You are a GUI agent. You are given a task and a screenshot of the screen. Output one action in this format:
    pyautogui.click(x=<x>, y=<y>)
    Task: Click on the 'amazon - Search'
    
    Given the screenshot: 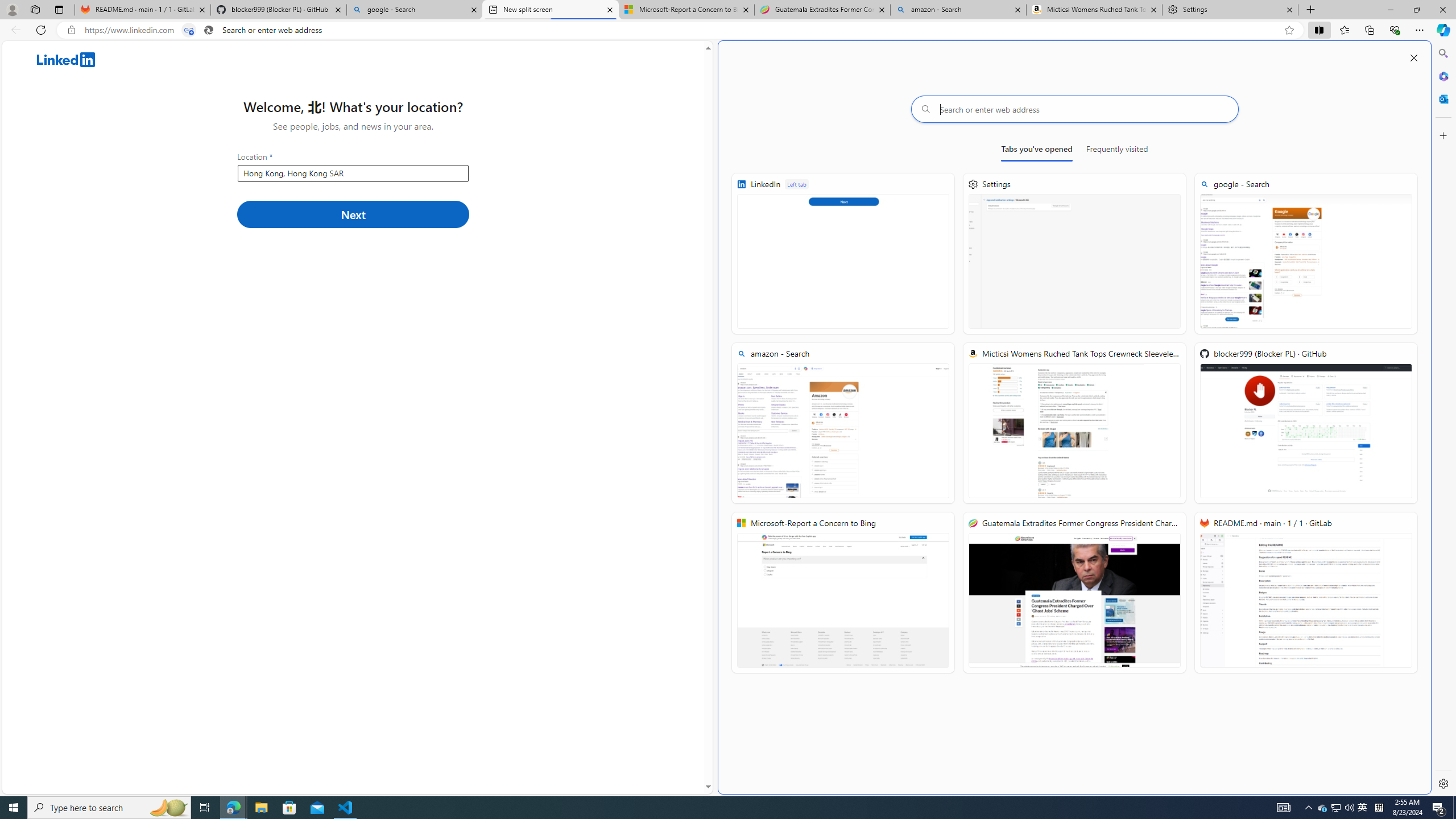 What is the action you would take?
    pyautogui.click(x=957, y=9)
    